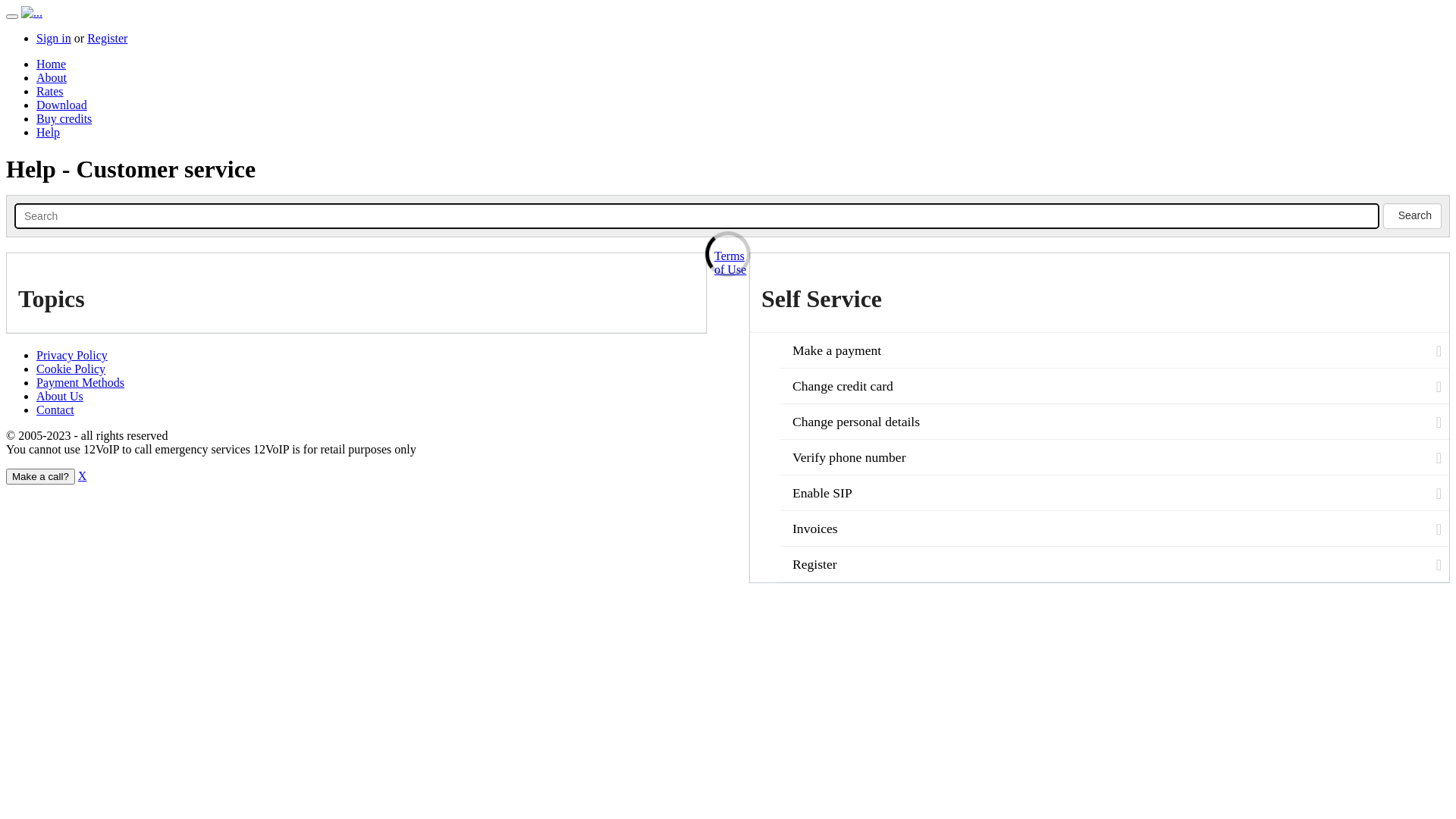  I want to click on 'Search', so click(1411, 216).